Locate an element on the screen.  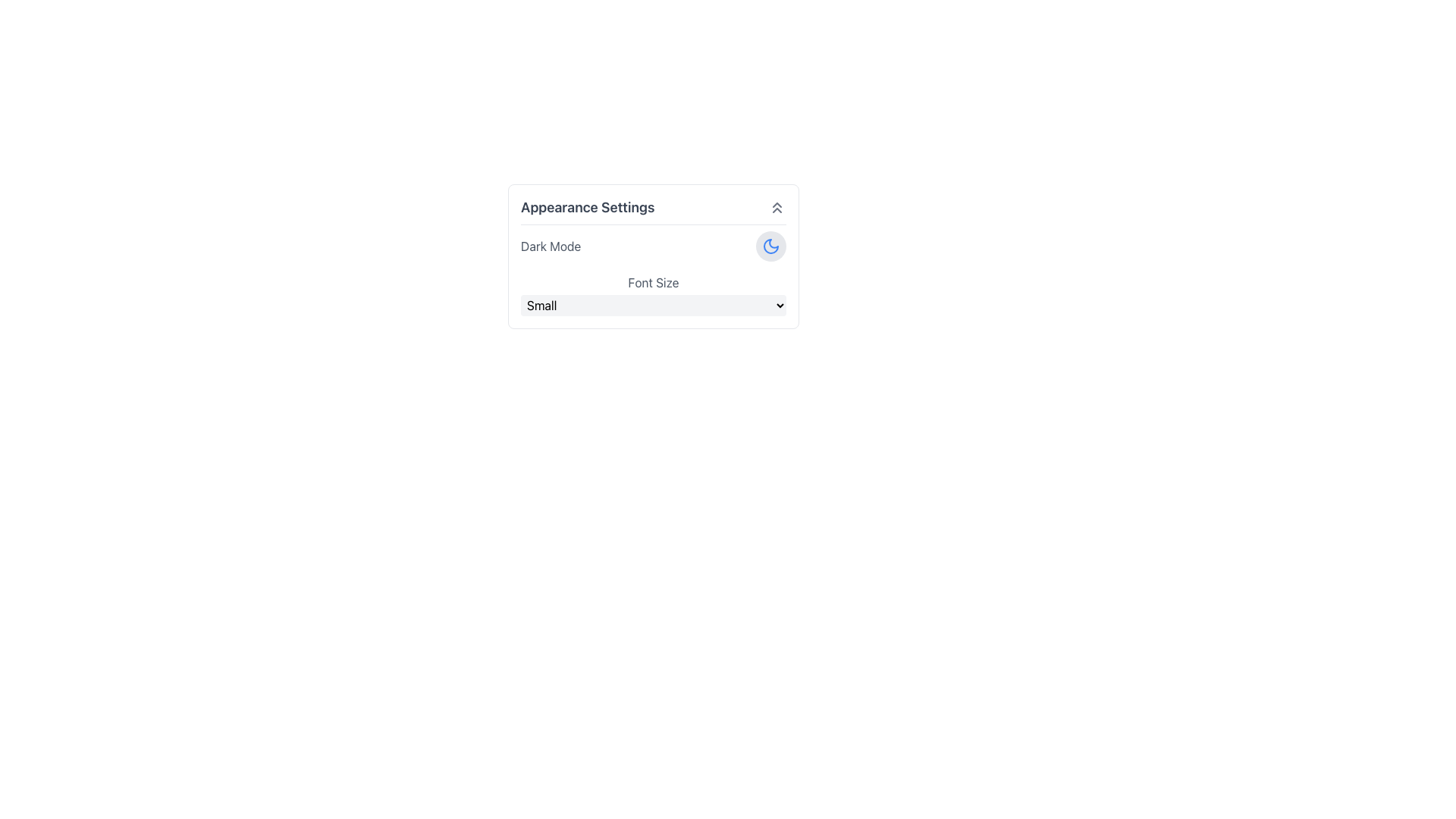
the text label that describes the toggle for switching between light and dark modes, located to the left of the circular toggle button with a moon icon is located at coordinates (550, 245).